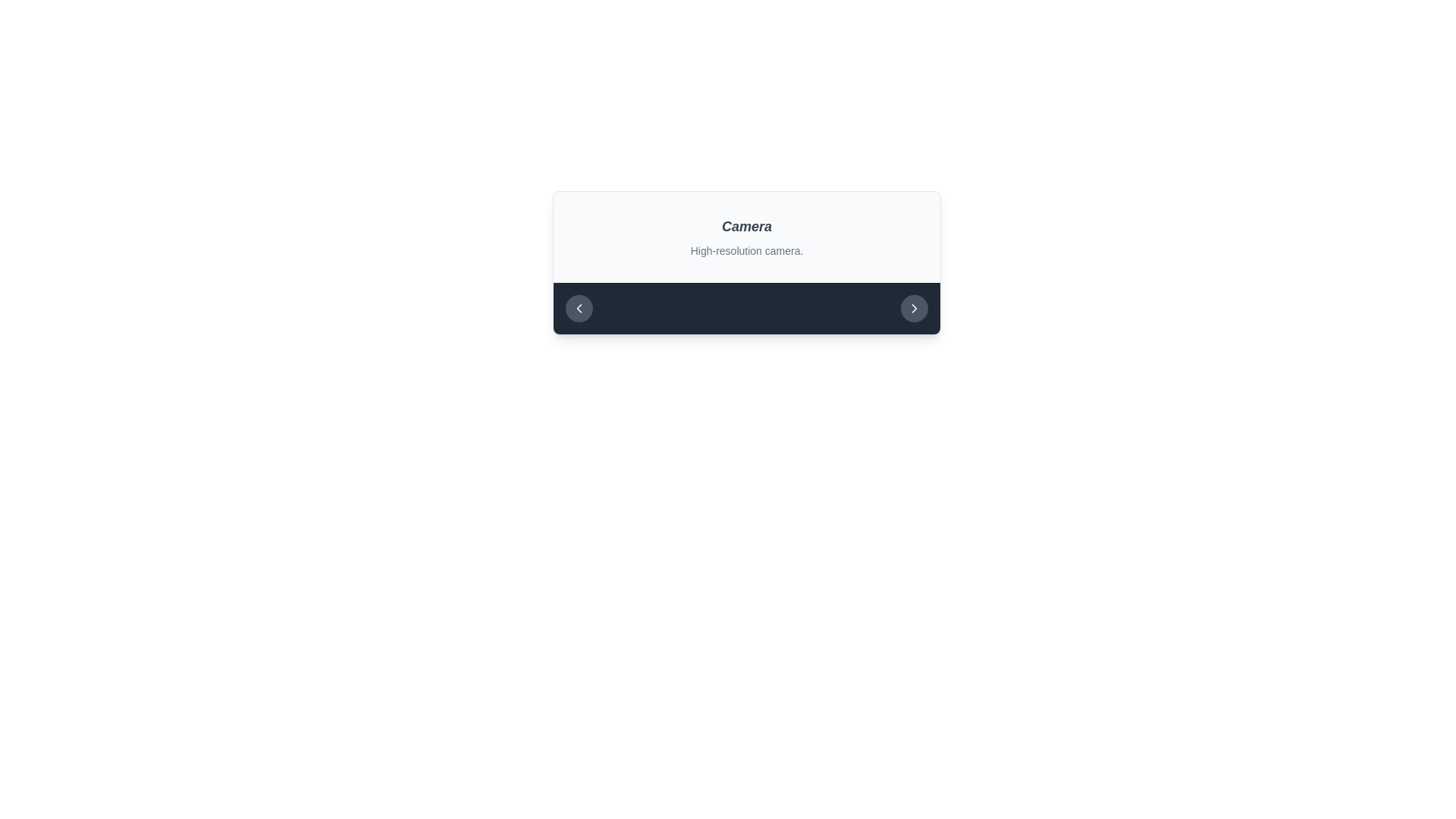 The image size is (1456, 819). What do you see at coordinates (913, 308) in the screenshot?
I see `the right-pointing arrow icon button, which is enclosed in a circular button with a gray background, located at the far right end of a dark horizontal bar below a description card` at bounding box center [913, 308].